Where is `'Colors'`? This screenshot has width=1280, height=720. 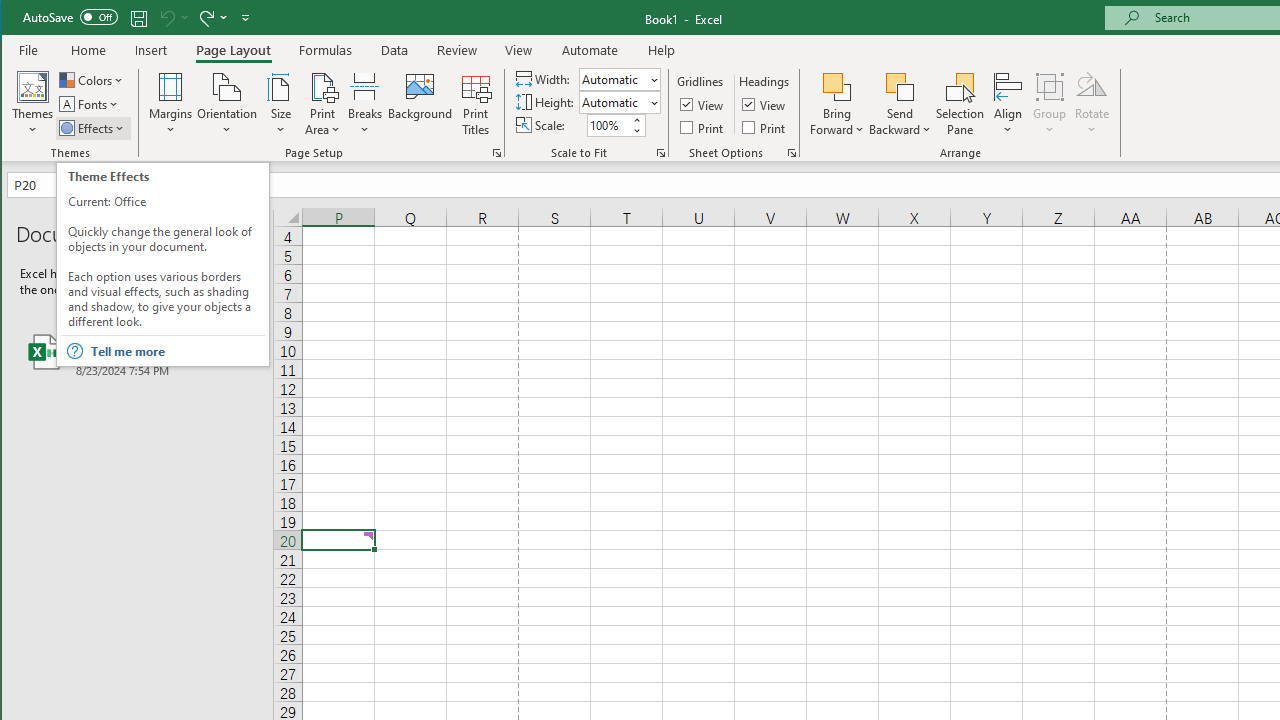 'Colors' is located at coordinates (92, 79).